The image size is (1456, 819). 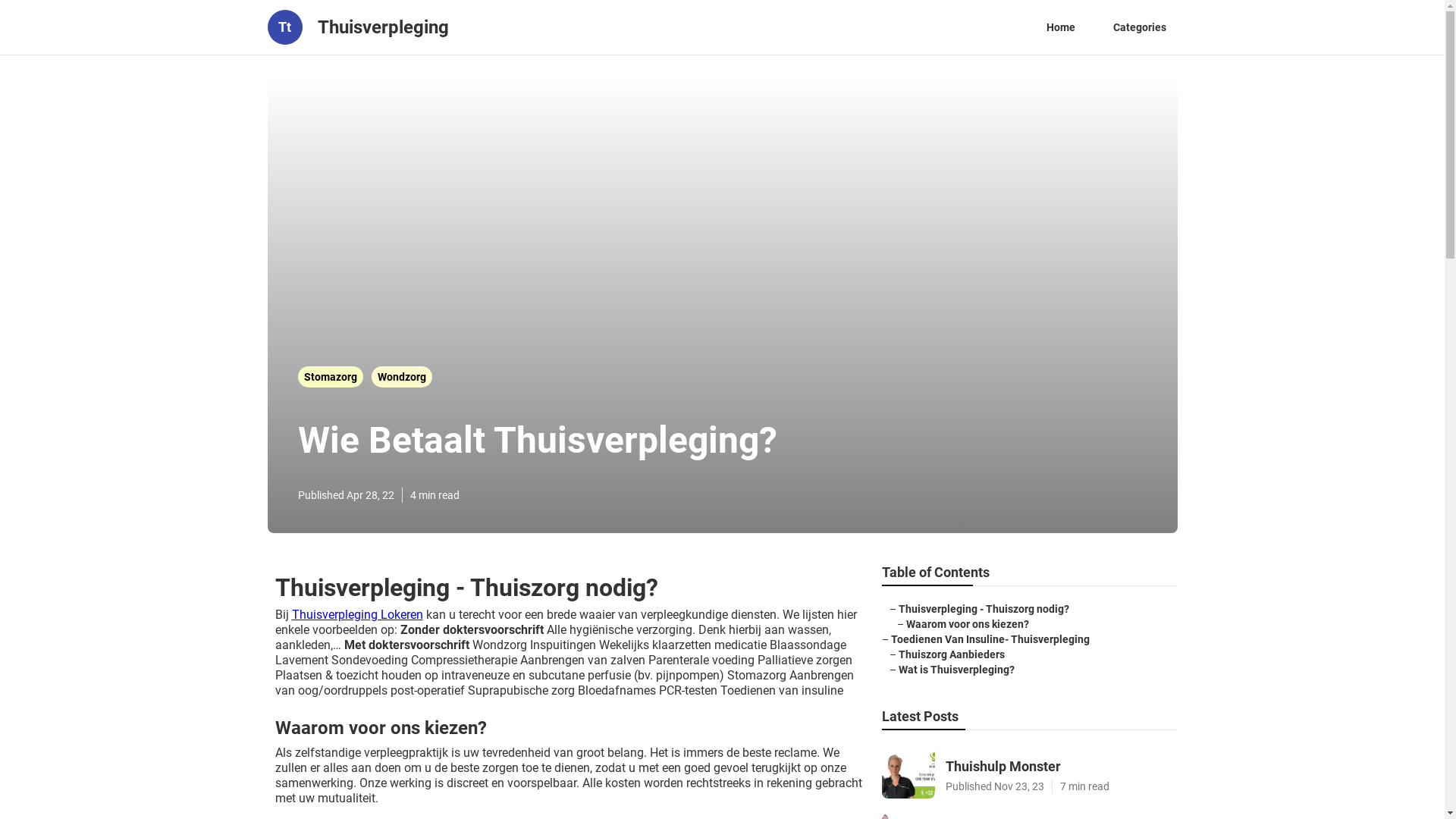 I want to click on 'Wat is Thuisverpleging?', so click(x=898, y=669).